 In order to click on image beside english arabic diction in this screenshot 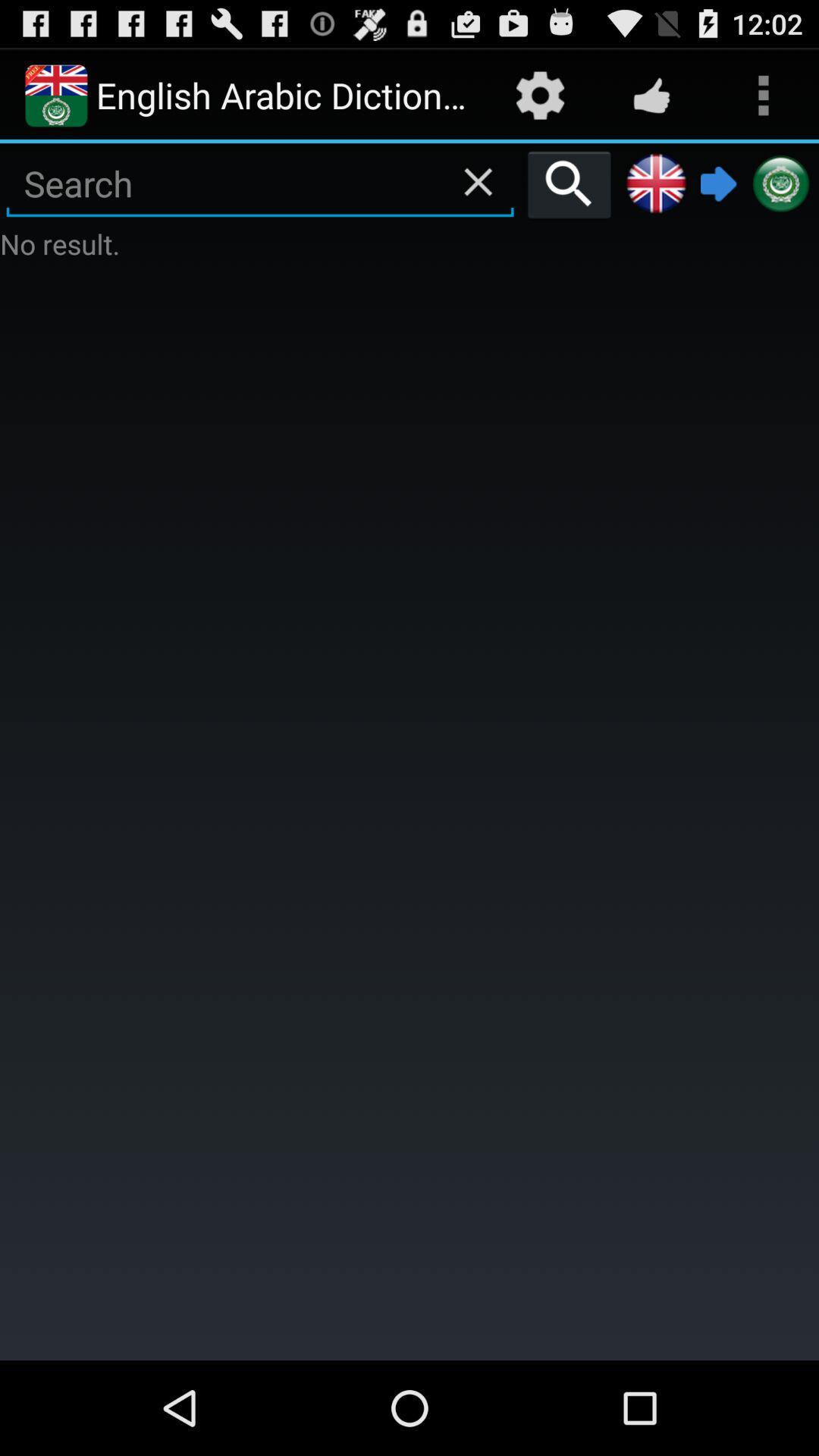, I will do `click(55, 94)`.